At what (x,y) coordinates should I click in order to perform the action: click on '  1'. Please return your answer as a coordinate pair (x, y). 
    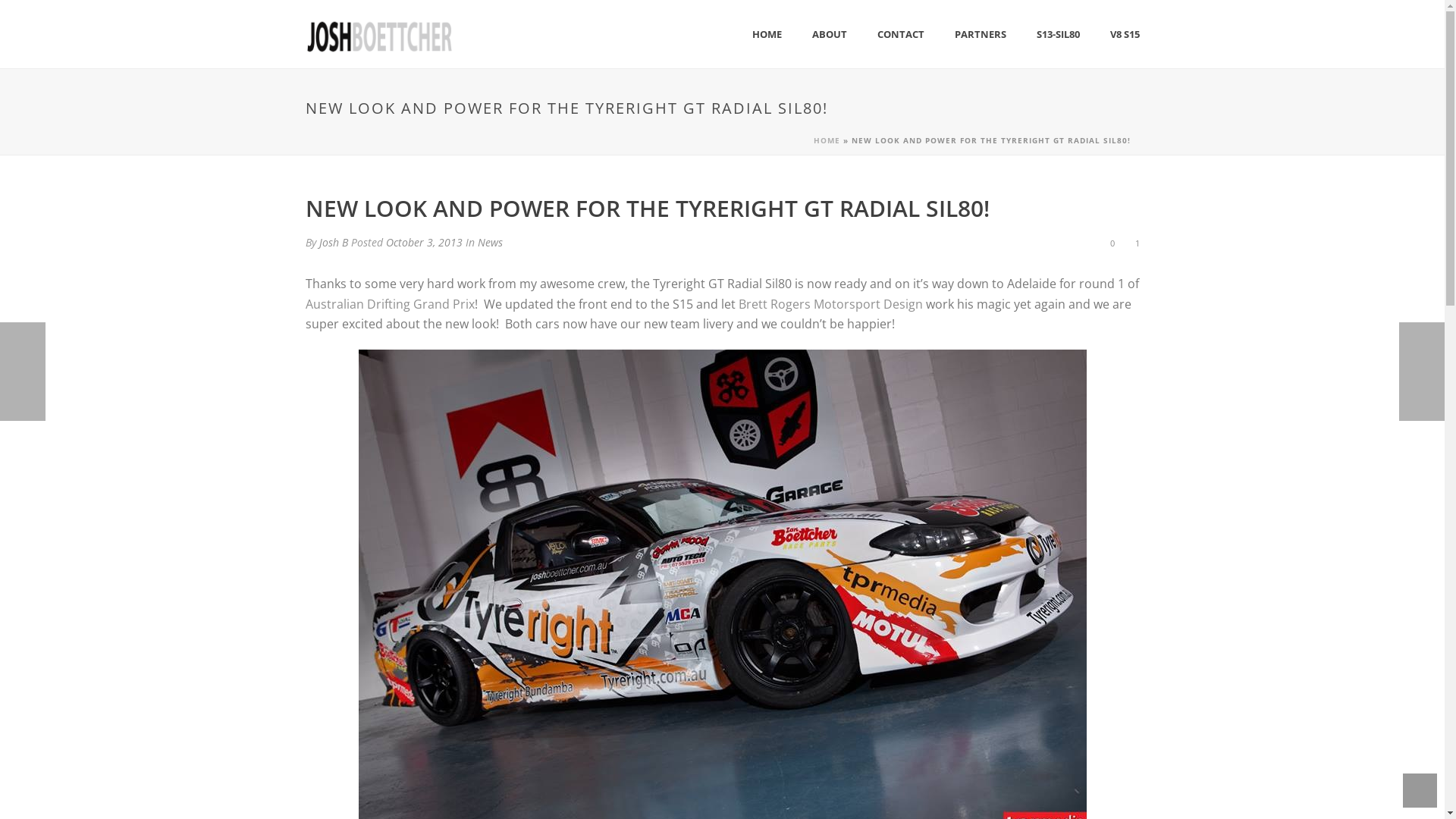
    Looking at the image, I should click on (1134, 241).